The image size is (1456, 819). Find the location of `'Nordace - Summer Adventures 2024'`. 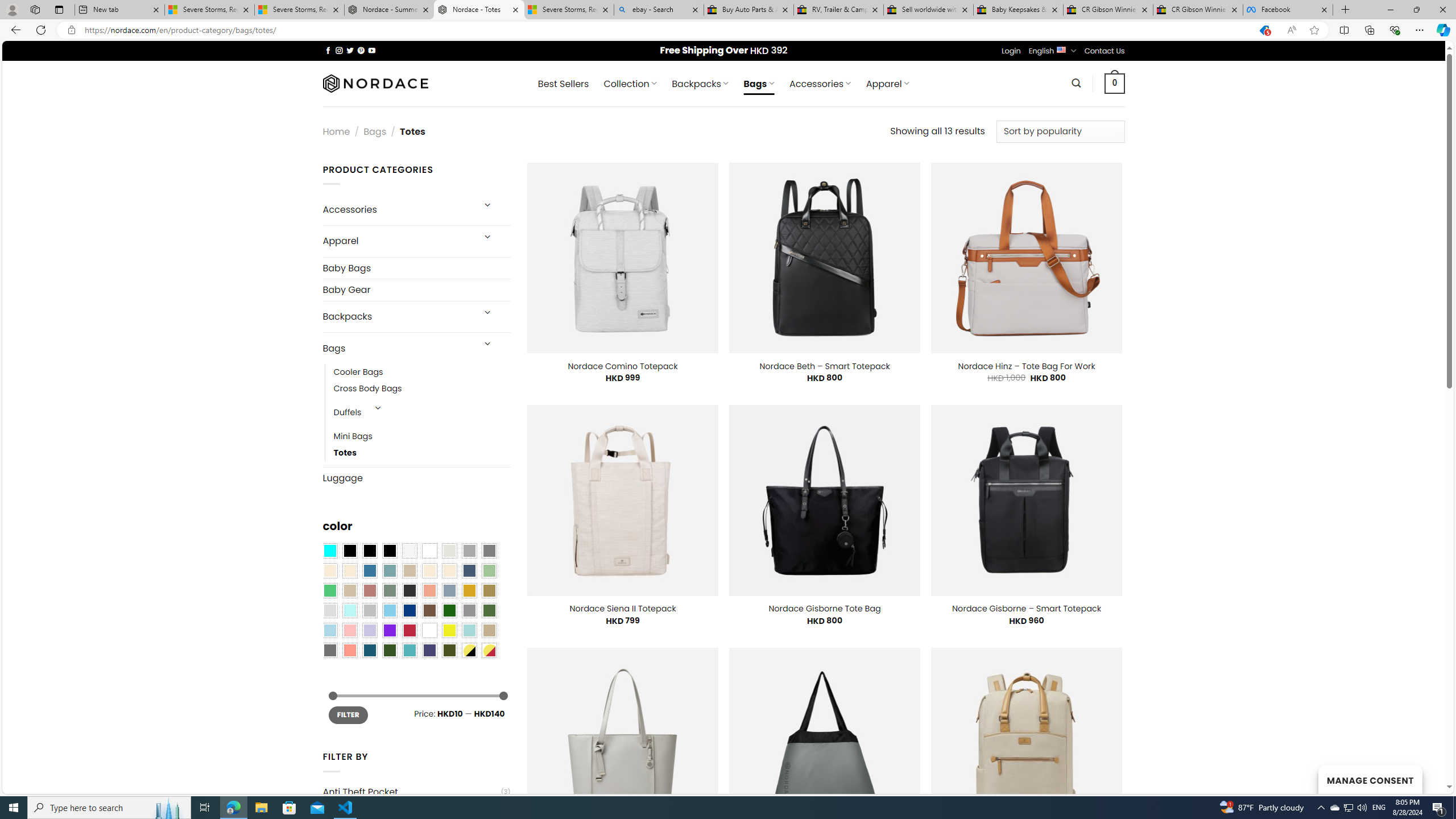

'Nordace - Summer Adventures 2024' is located at coordinates (389, 9).